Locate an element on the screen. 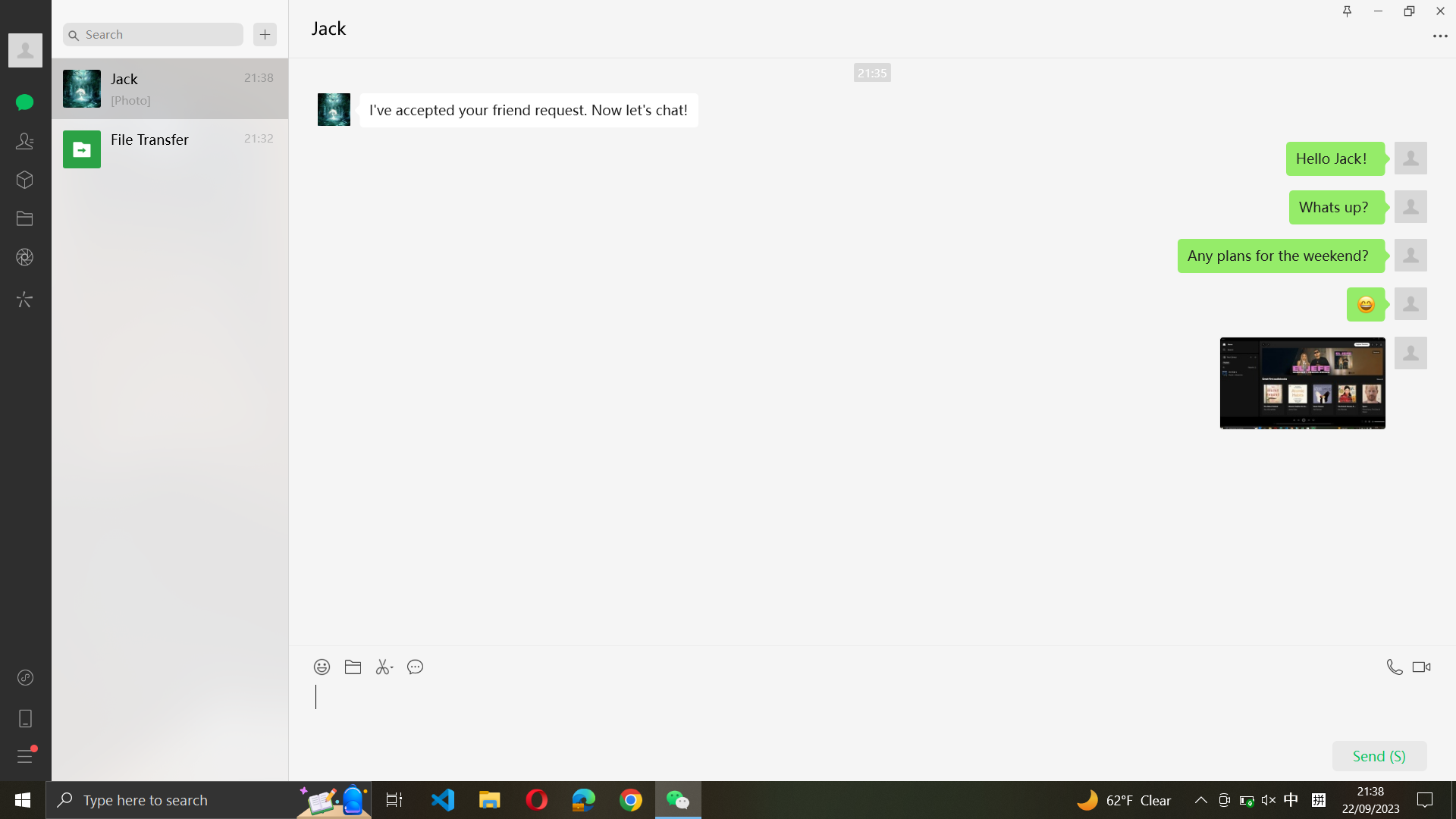 The width and height of the screenshot is (1456, 819). the mobile tab is located at coordinates (25, 717).